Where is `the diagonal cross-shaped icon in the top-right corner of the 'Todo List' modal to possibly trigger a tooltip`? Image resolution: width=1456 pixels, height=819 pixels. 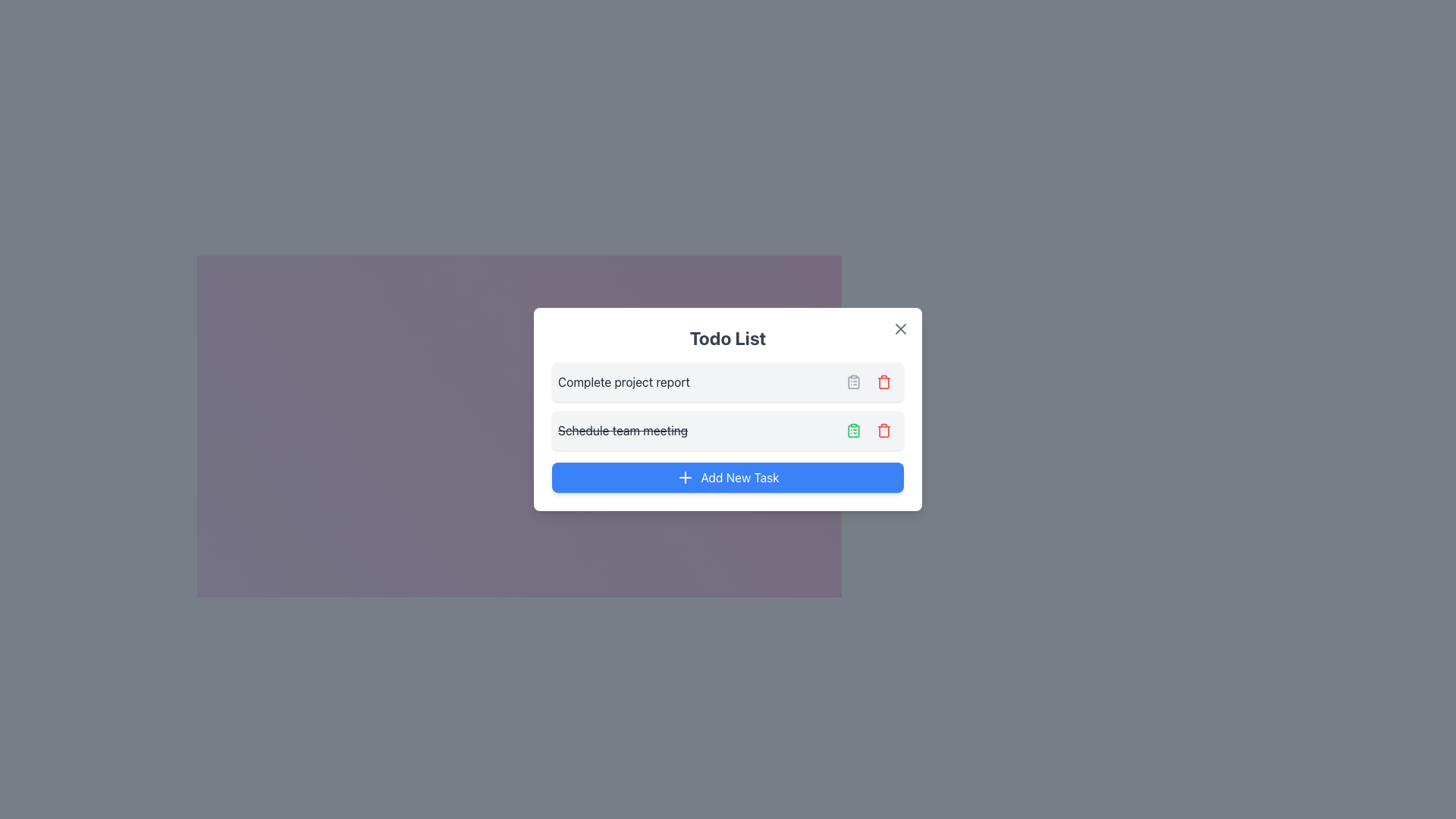
the diagonal cross-shaped icon in the top-right corner of the 'Todo List' modal to possibly trigger a tooltip is located at coordinates (901, 328).